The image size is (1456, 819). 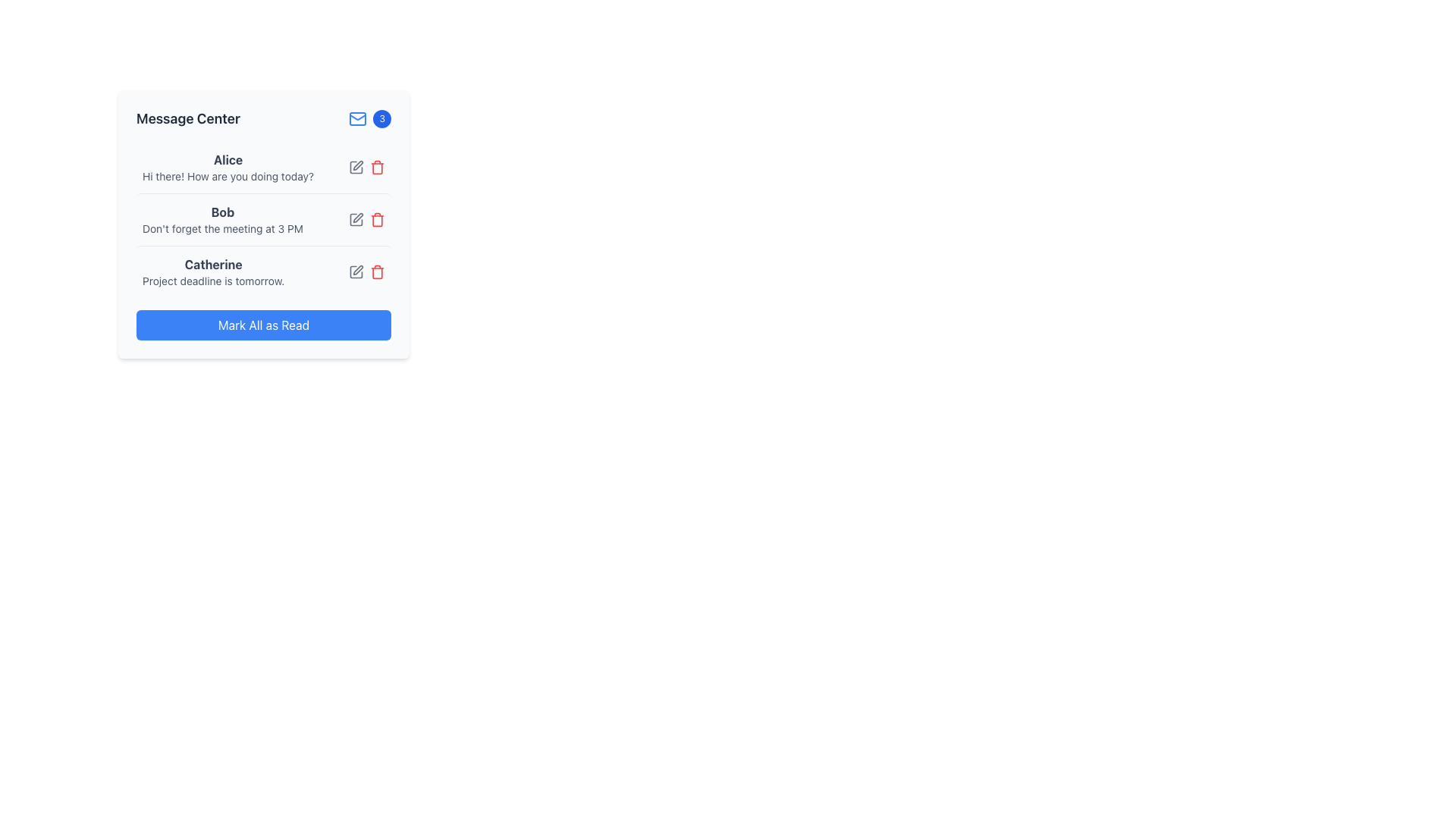 What do you see at coordinates (357, 118) in the screenshot?
I see `the mailbox icon located in the top-right quadrant of the 'Message Center' card, positioned to the left of the notification badge displaying the number '3'` at bounding box center [357, 118].